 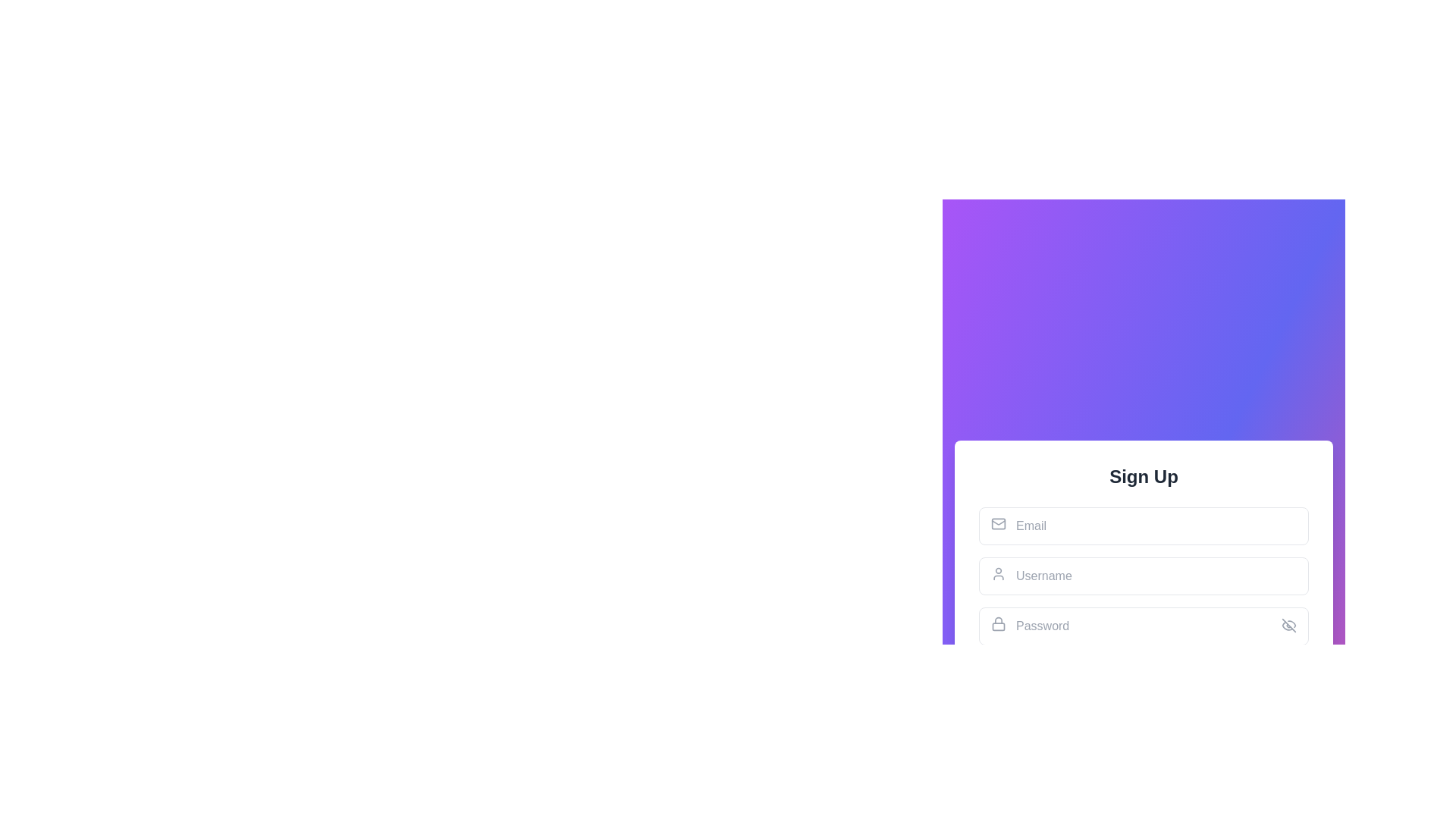 I want to click on the email input icon located to the left of the email input field in the 'Sign Up' form area, so click(x=998, y=522).